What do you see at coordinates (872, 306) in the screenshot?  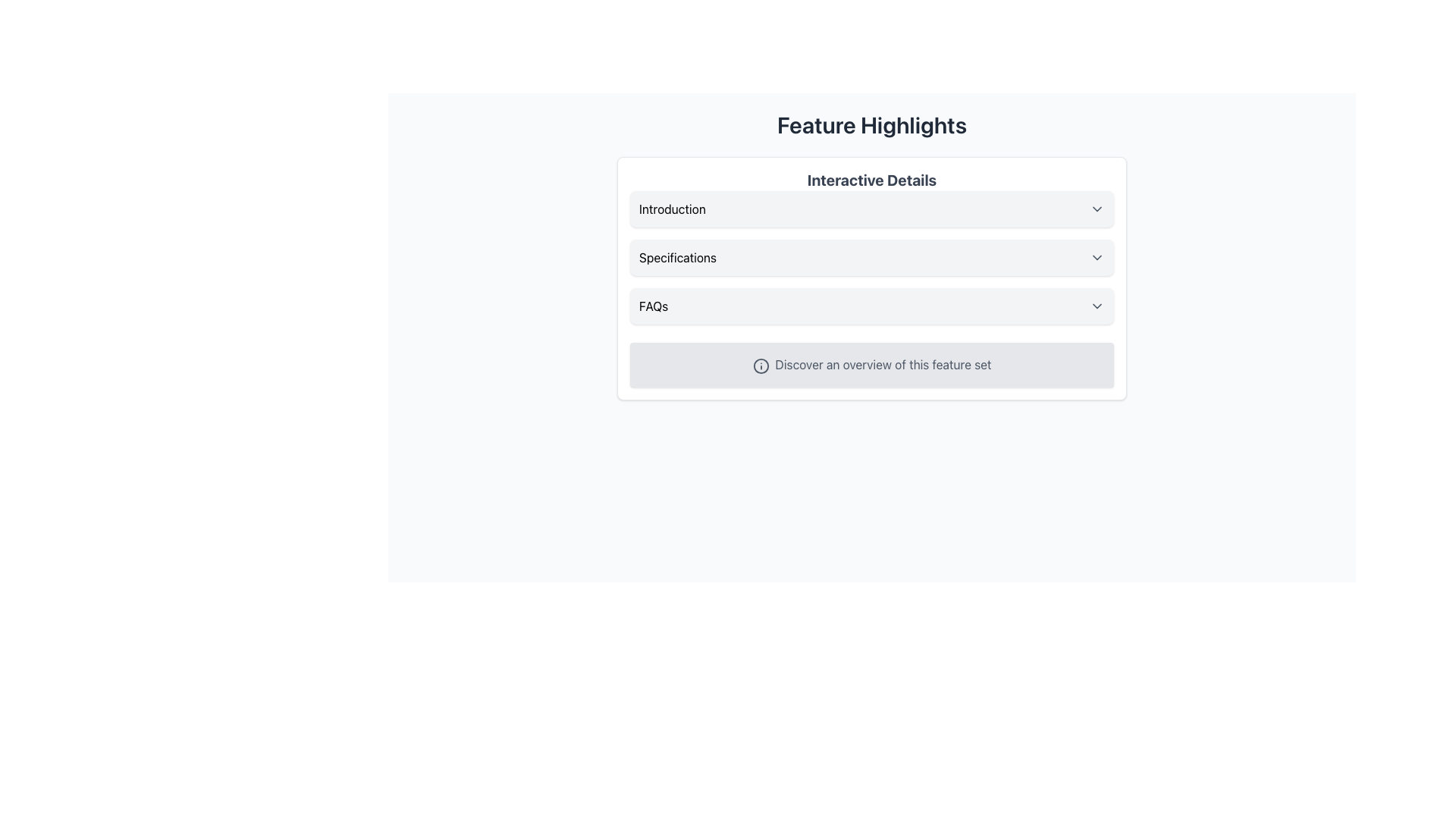 I see `the 'FAQs' dropdown menu item located in the 'Interactive Details' section` at bounding box center [872, 306].